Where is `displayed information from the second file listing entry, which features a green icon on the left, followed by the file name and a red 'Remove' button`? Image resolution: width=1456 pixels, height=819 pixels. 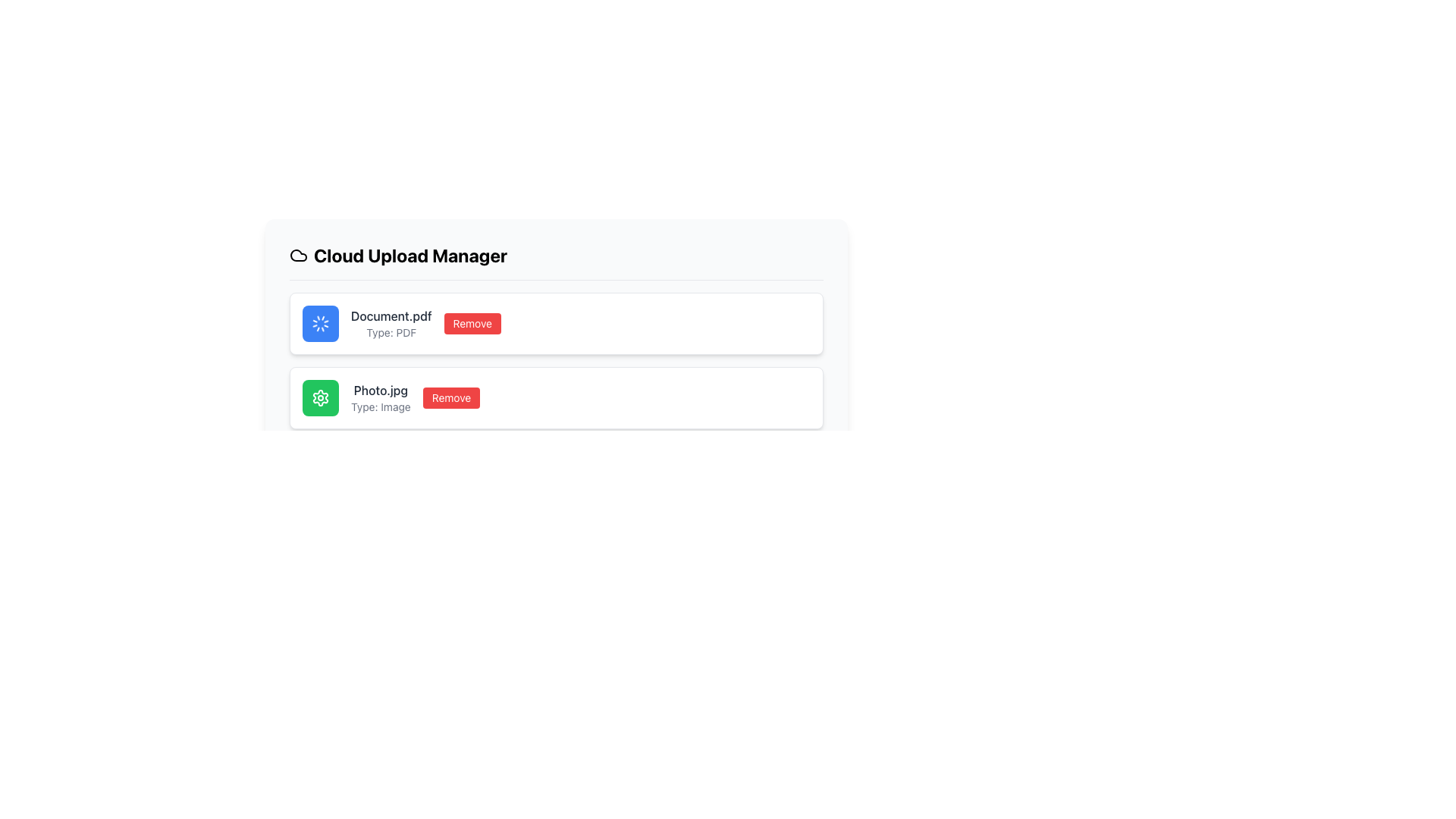
displayed information from the second file listing entry, which features a green icon on the left, followed by the file name and a red 'Remove' button is located at coordinates (556, 397).